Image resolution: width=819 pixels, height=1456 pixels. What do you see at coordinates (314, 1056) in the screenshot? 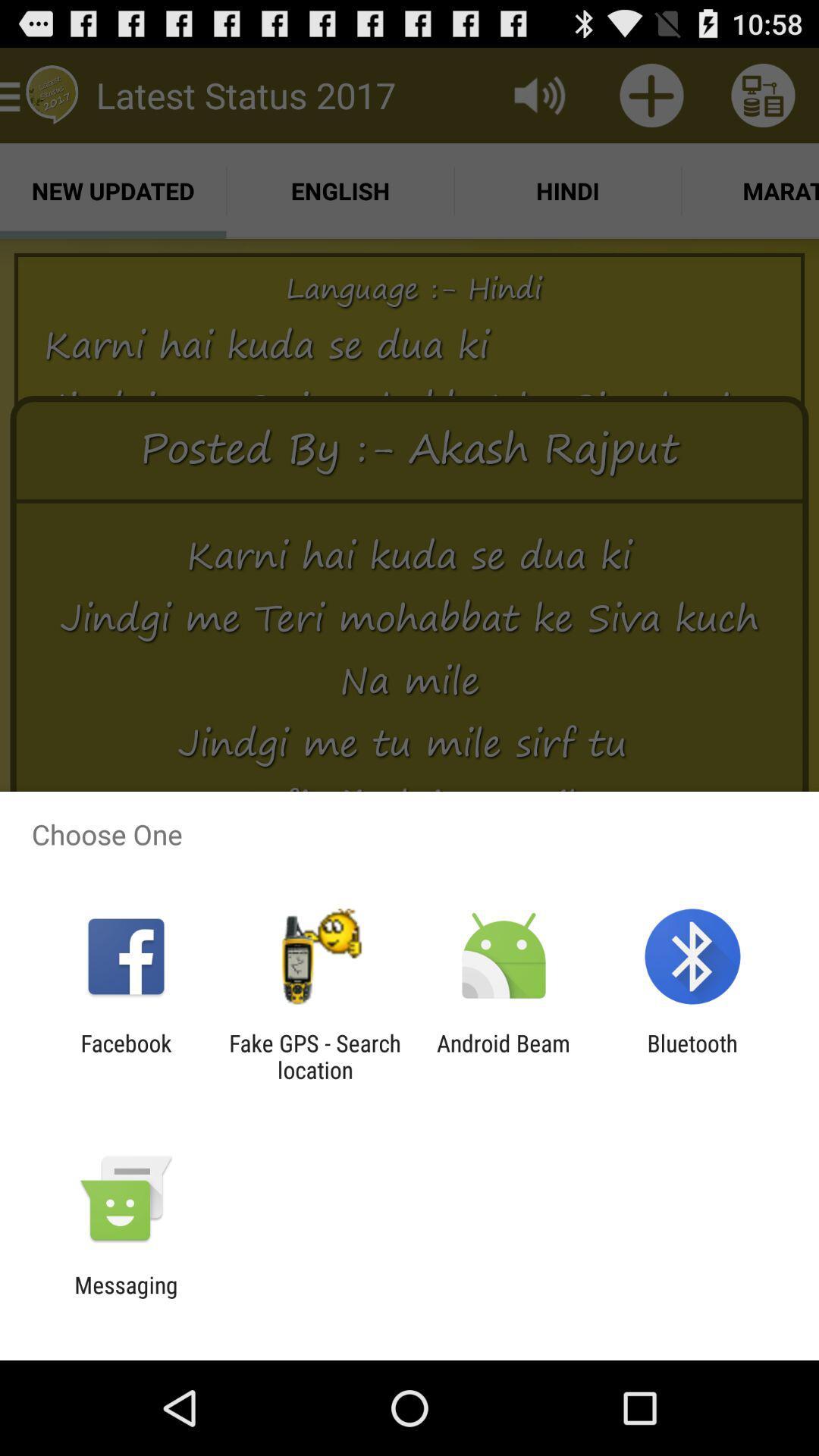
I see `app to the left of android beam` at bounding box center [314, 1056].